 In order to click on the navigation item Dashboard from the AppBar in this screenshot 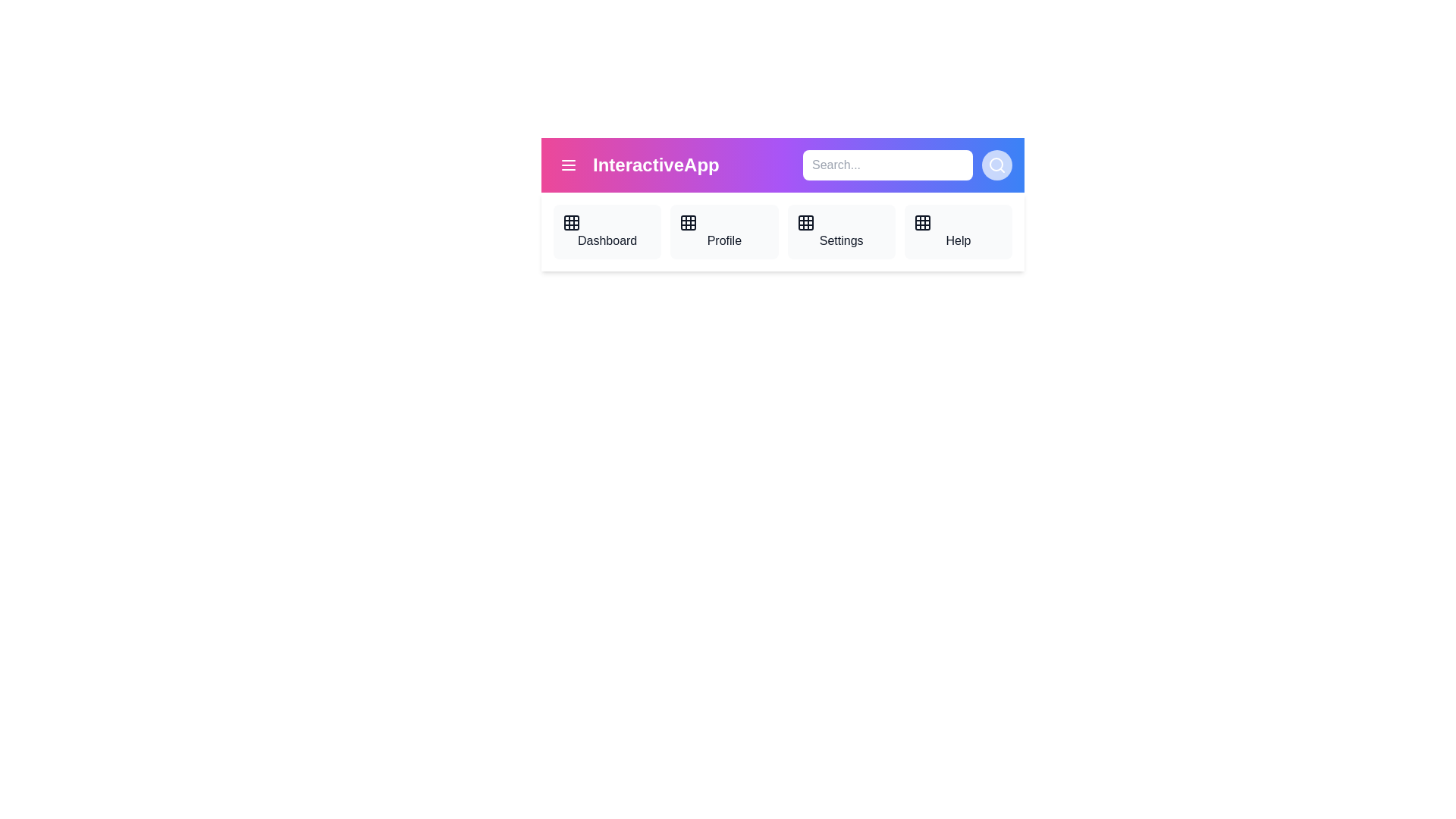, I will do `click(607, 231)`.